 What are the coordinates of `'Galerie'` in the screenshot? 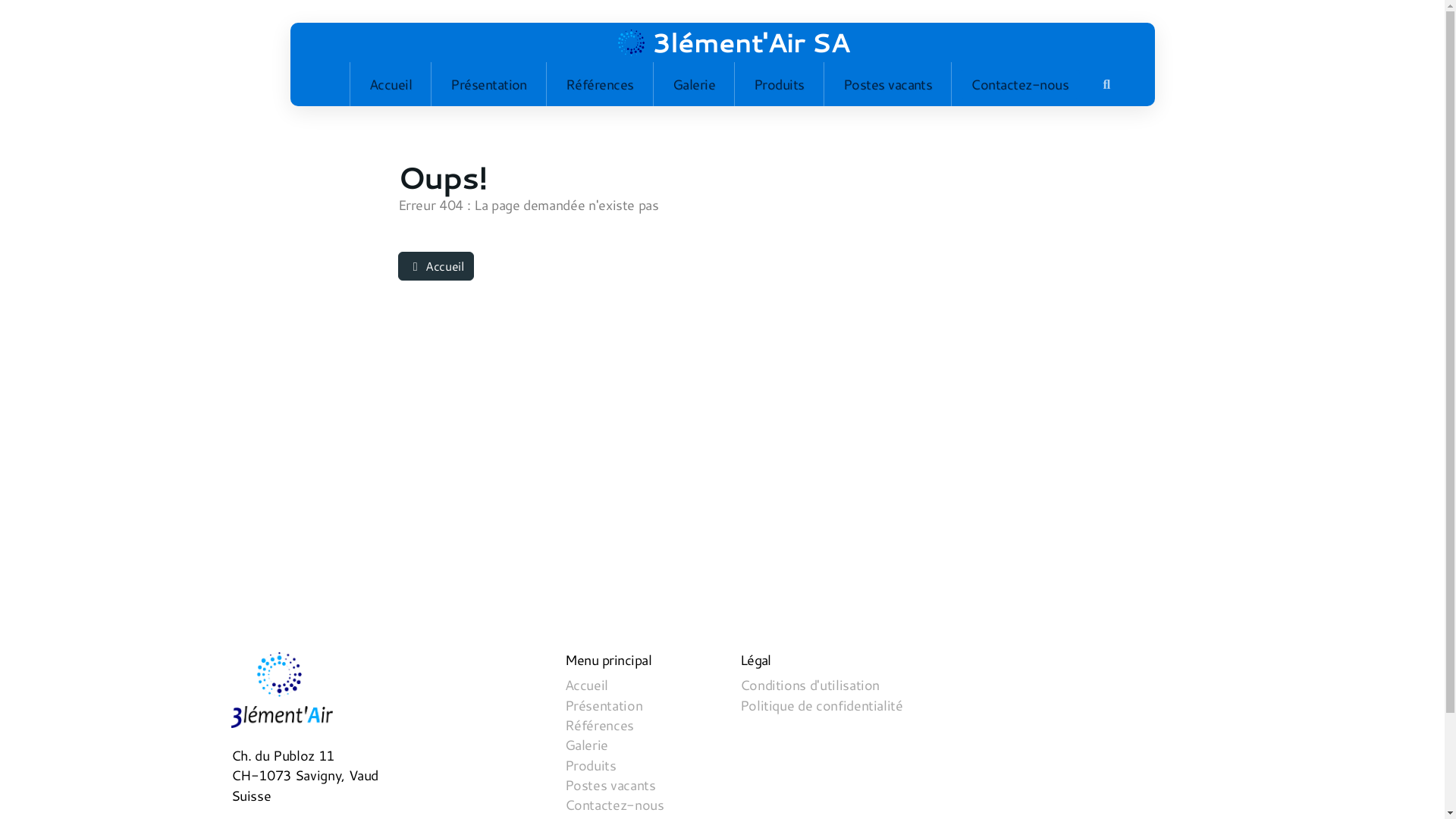 It's located at (585, 744).